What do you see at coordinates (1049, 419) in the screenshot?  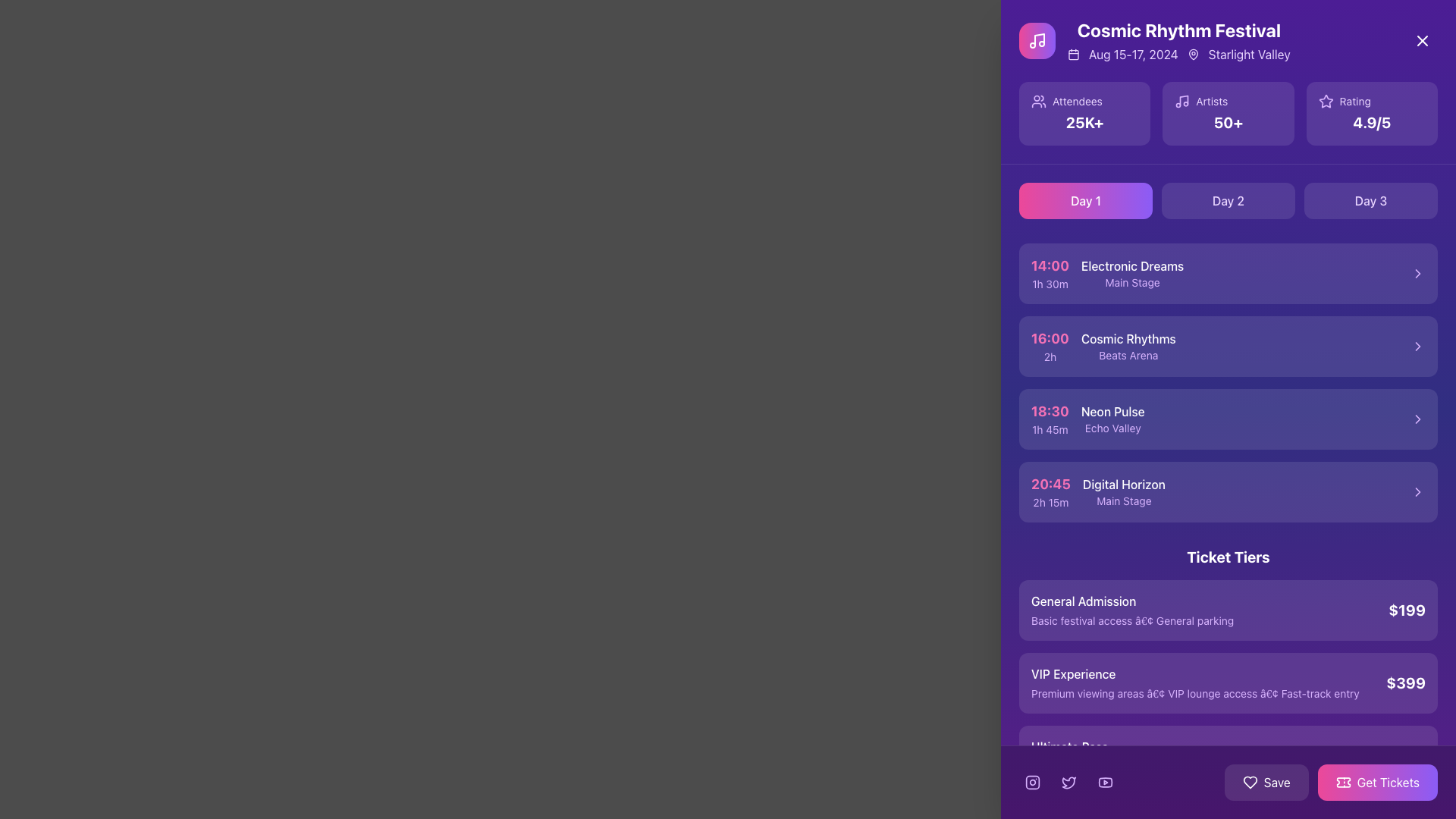 I see `time and duration information from the Time display label, which shows '18:30' in bold pink font and '1h 45m' in smaller purple font, located in the right panel of the UI` at bounding box center [1049, 419].